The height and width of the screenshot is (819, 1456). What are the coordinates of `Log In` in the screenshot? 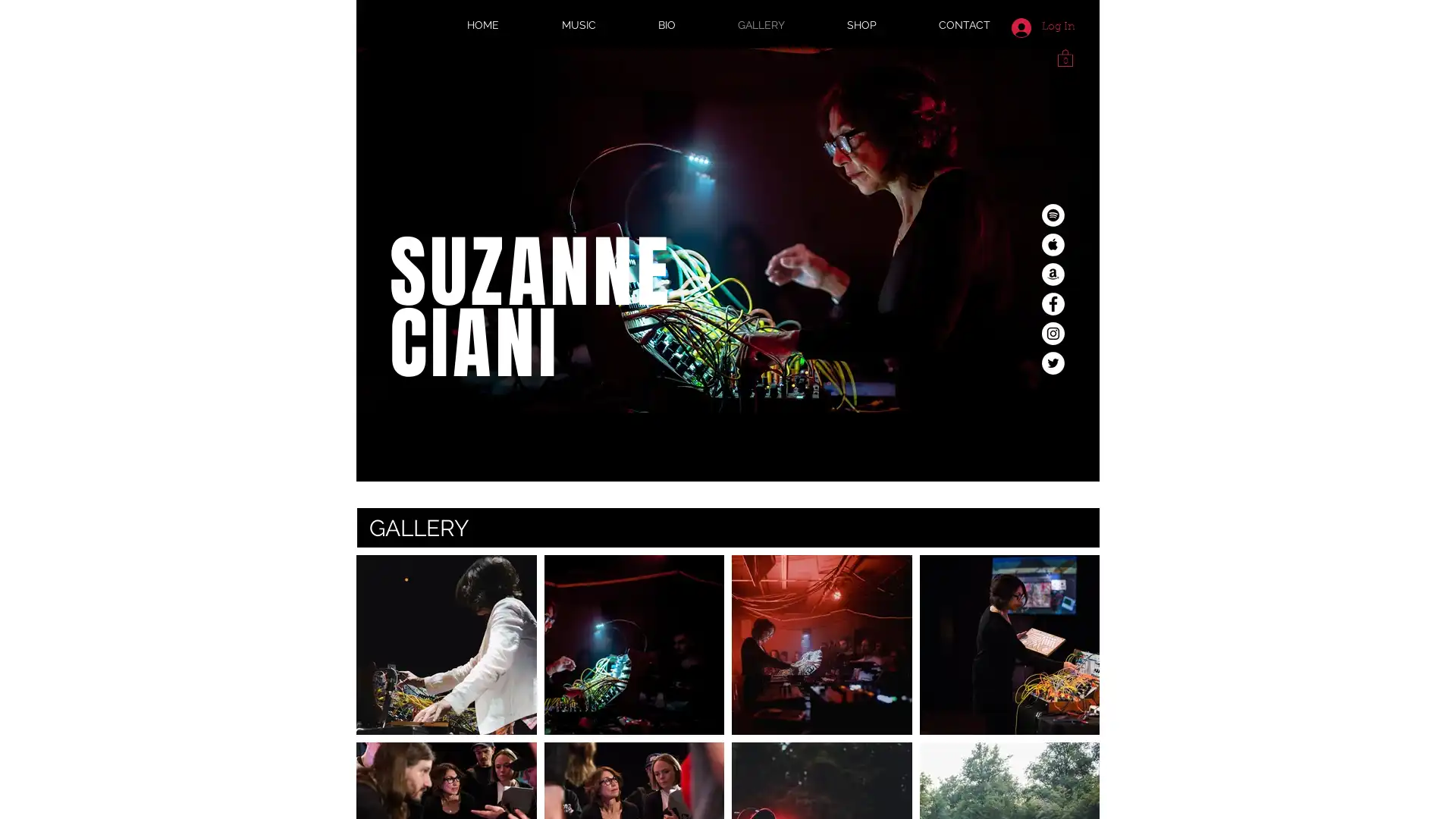 It's located at (1042, 27).